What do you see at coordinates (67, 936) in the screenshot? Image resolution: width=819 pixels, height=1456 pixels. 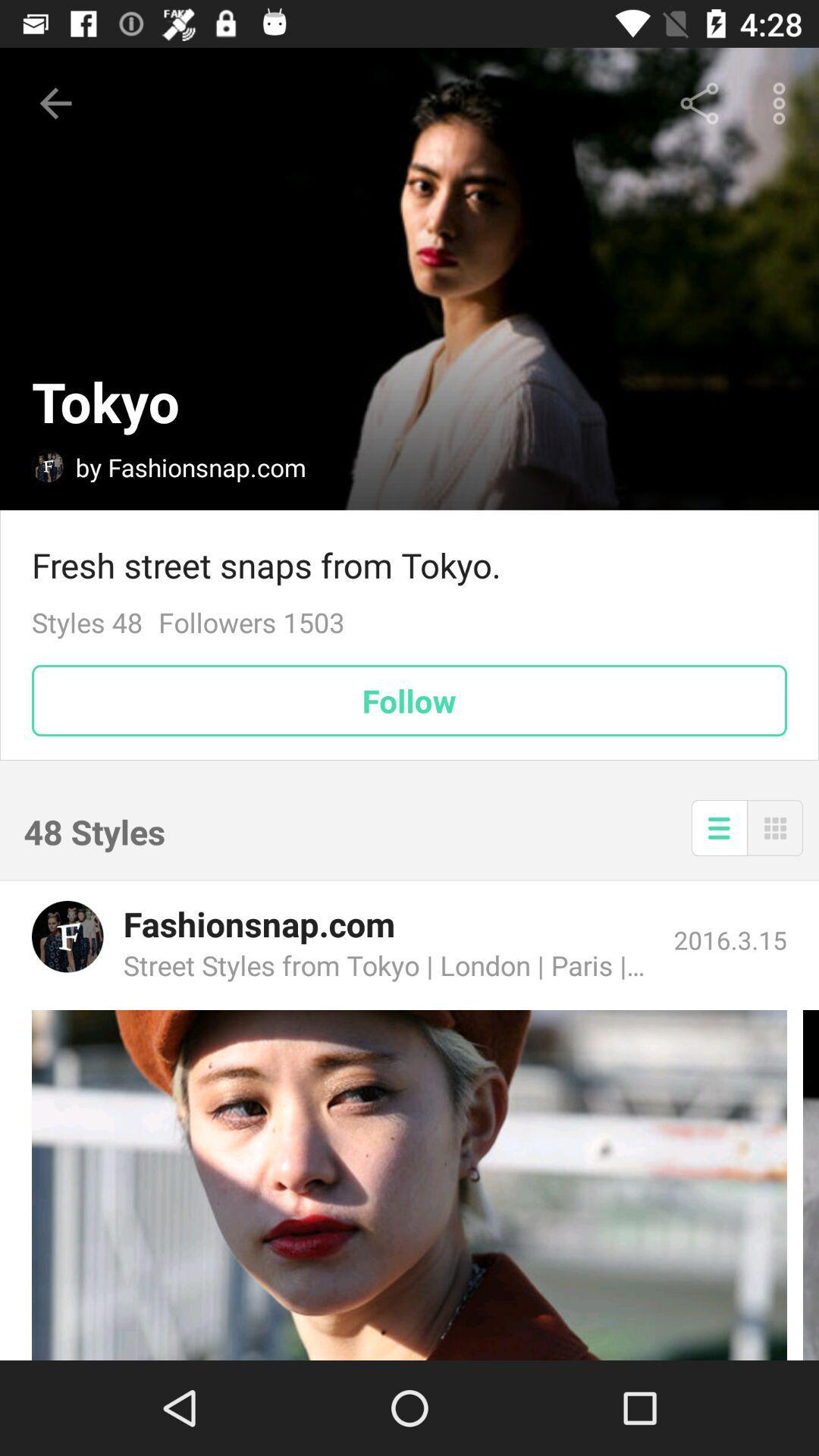 I see `open fashionsnap` at bounding box center [67, 936].